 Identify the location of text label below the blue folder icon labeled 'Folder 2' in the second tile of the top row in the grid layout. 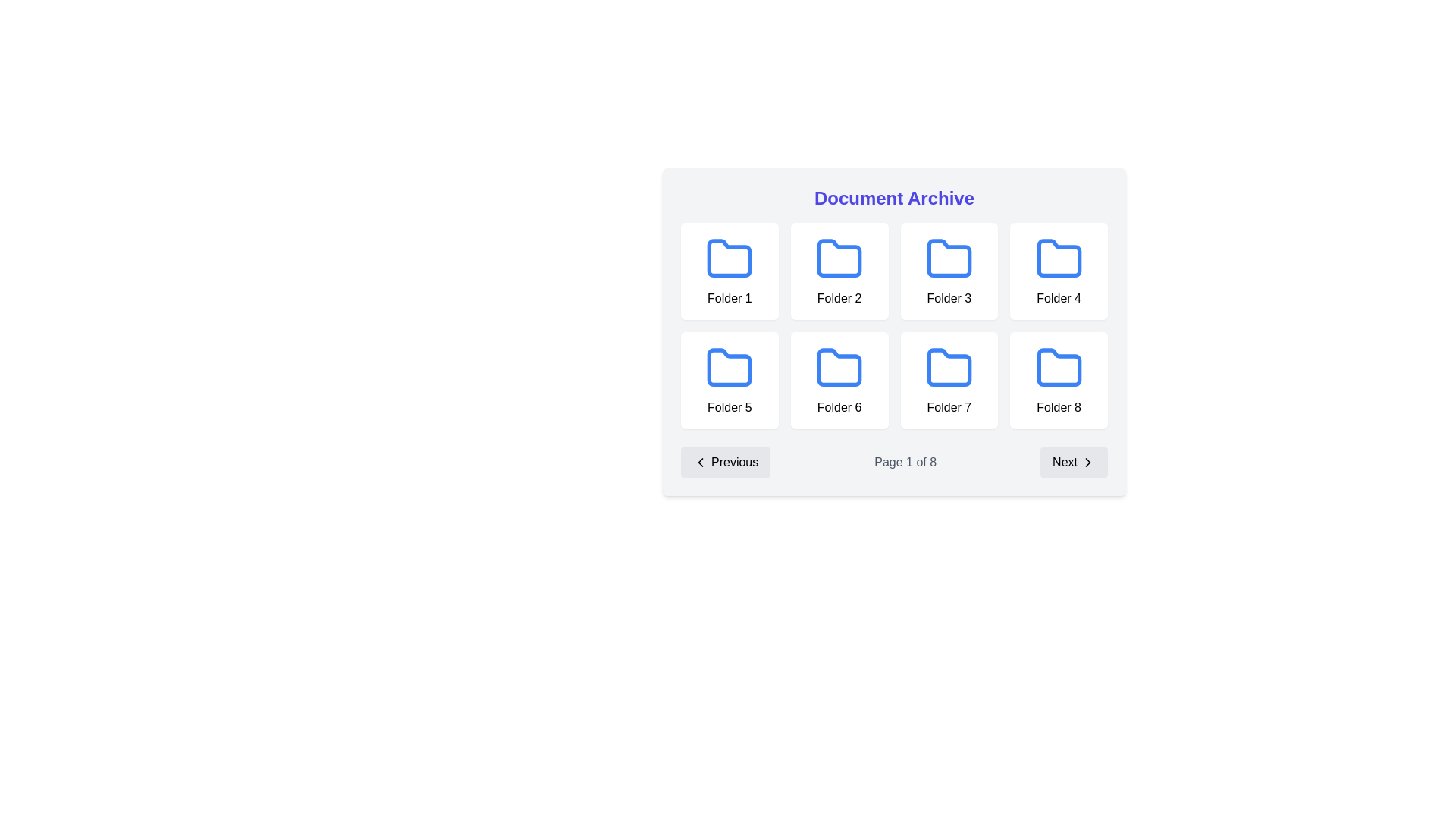
(839, 298).